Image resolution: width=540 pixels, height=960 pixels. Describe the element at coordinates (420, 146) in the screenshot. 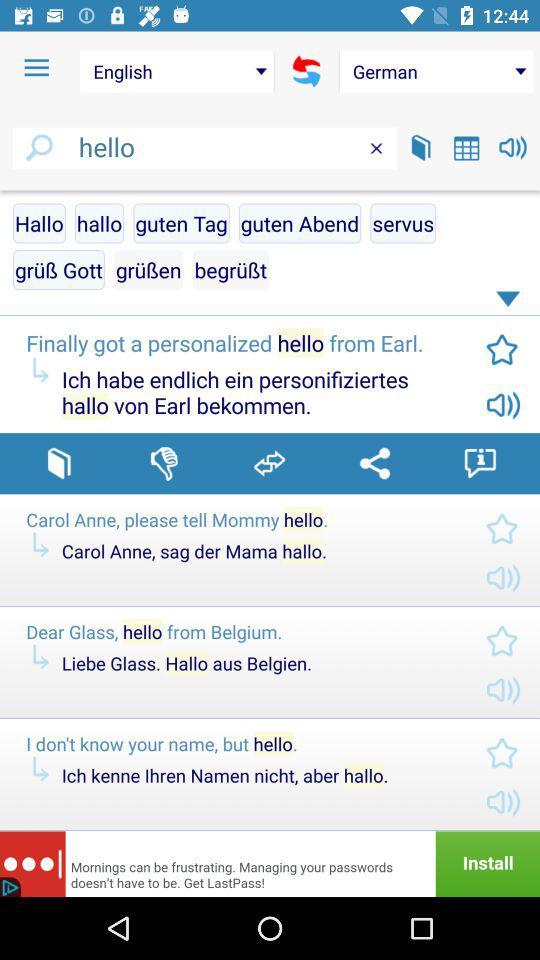

I see `the book icon` at that location.